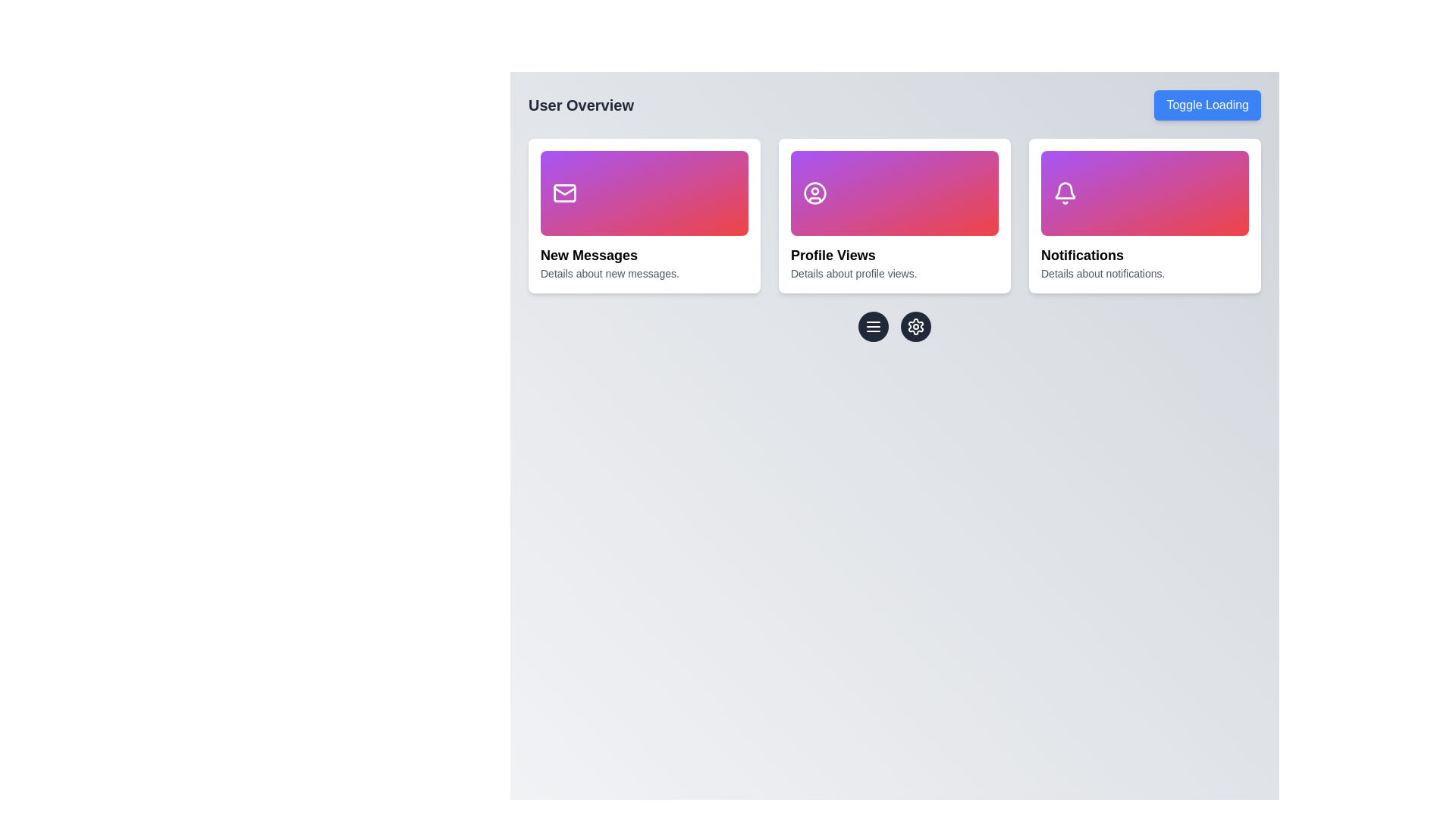 Image resolution: width=1456 pixels, height=819 pixels. I want to click on the descriptive label for the 'Notifications' section, which is positioned beneath the 'Notifications' heading and to the right of other notification sections, so click(1103, 274).